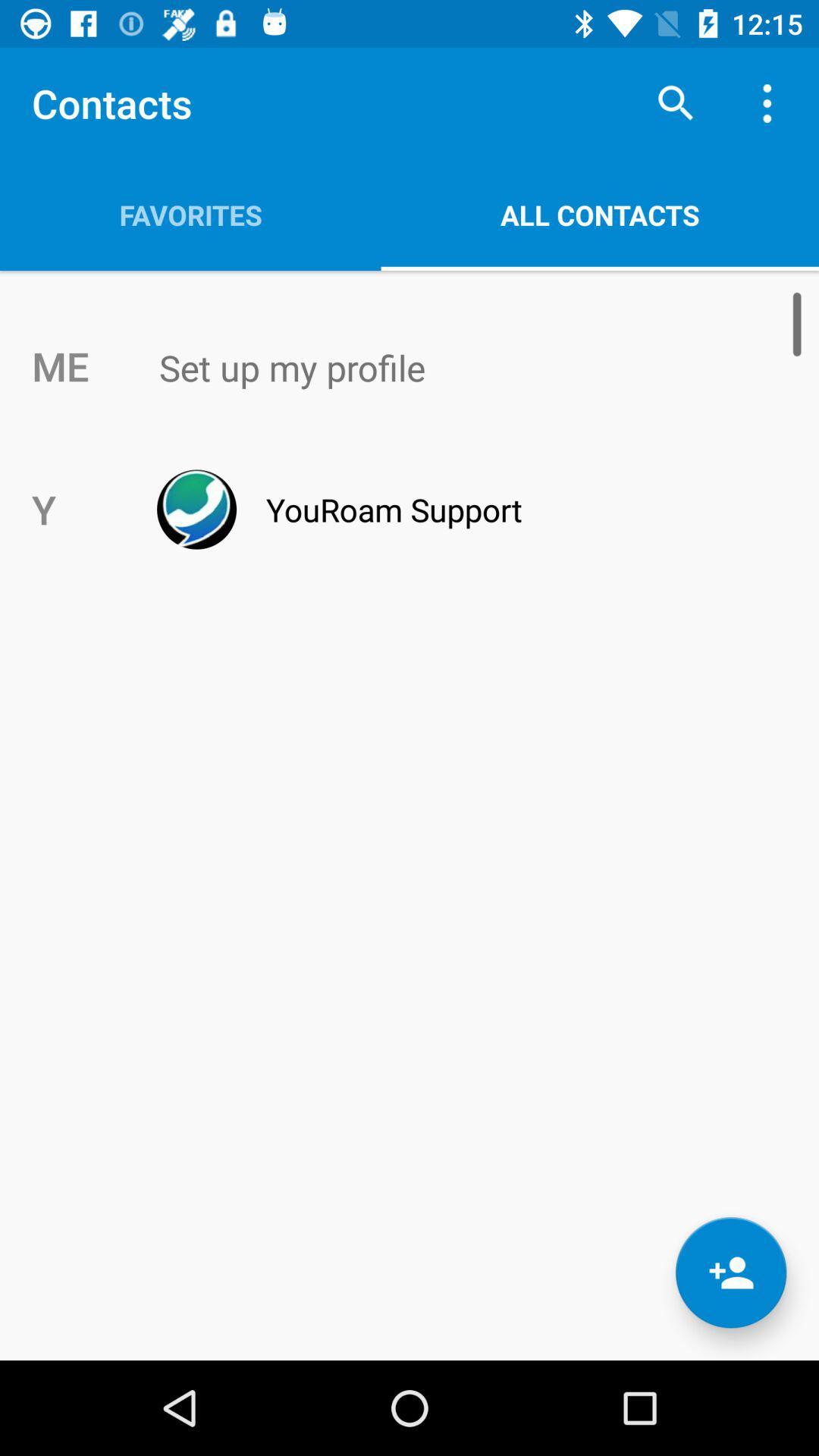  Describe the element at coordinates (675, 102) in the screenshot. I see `the icon next to the favorites item` at that location.